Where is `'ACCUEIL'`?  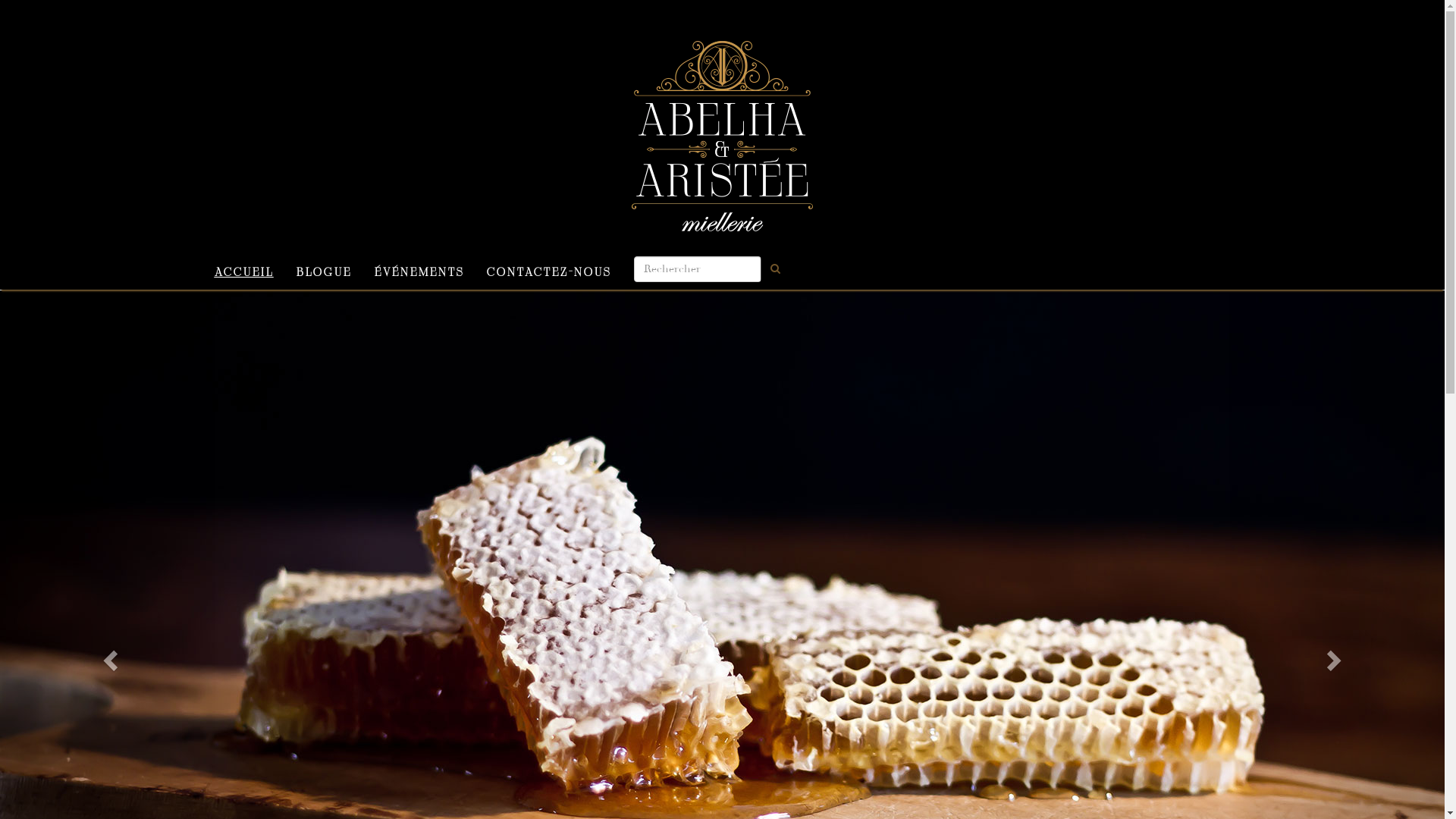 'ACCUEIL' is located at coordinates (243, 268).